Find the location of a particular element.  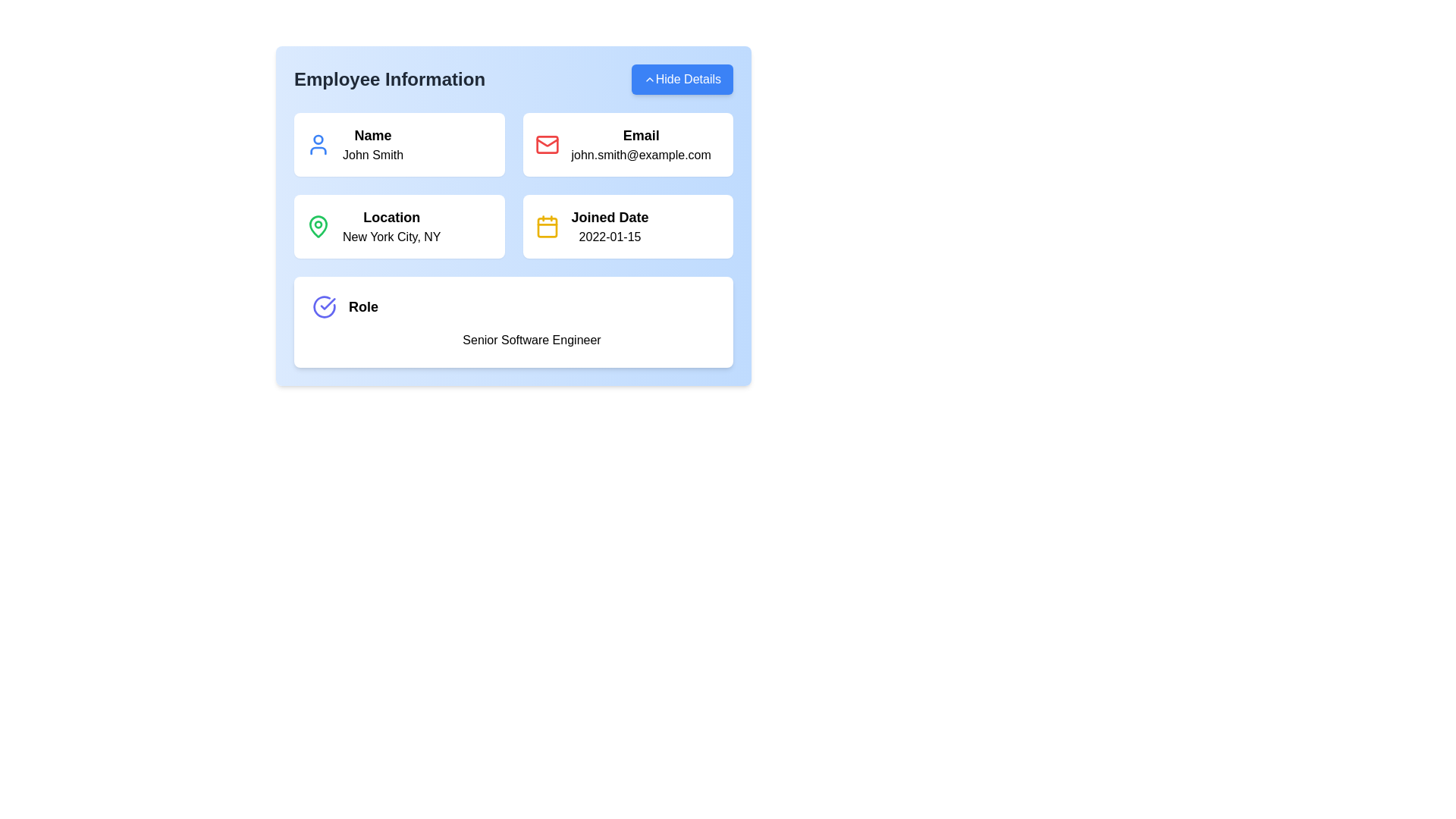

the circular icon depicting a checkmark with a blue outline located to the left of the text 'Role' in the 'Employee Information' card is located at coordinates (323, 307).